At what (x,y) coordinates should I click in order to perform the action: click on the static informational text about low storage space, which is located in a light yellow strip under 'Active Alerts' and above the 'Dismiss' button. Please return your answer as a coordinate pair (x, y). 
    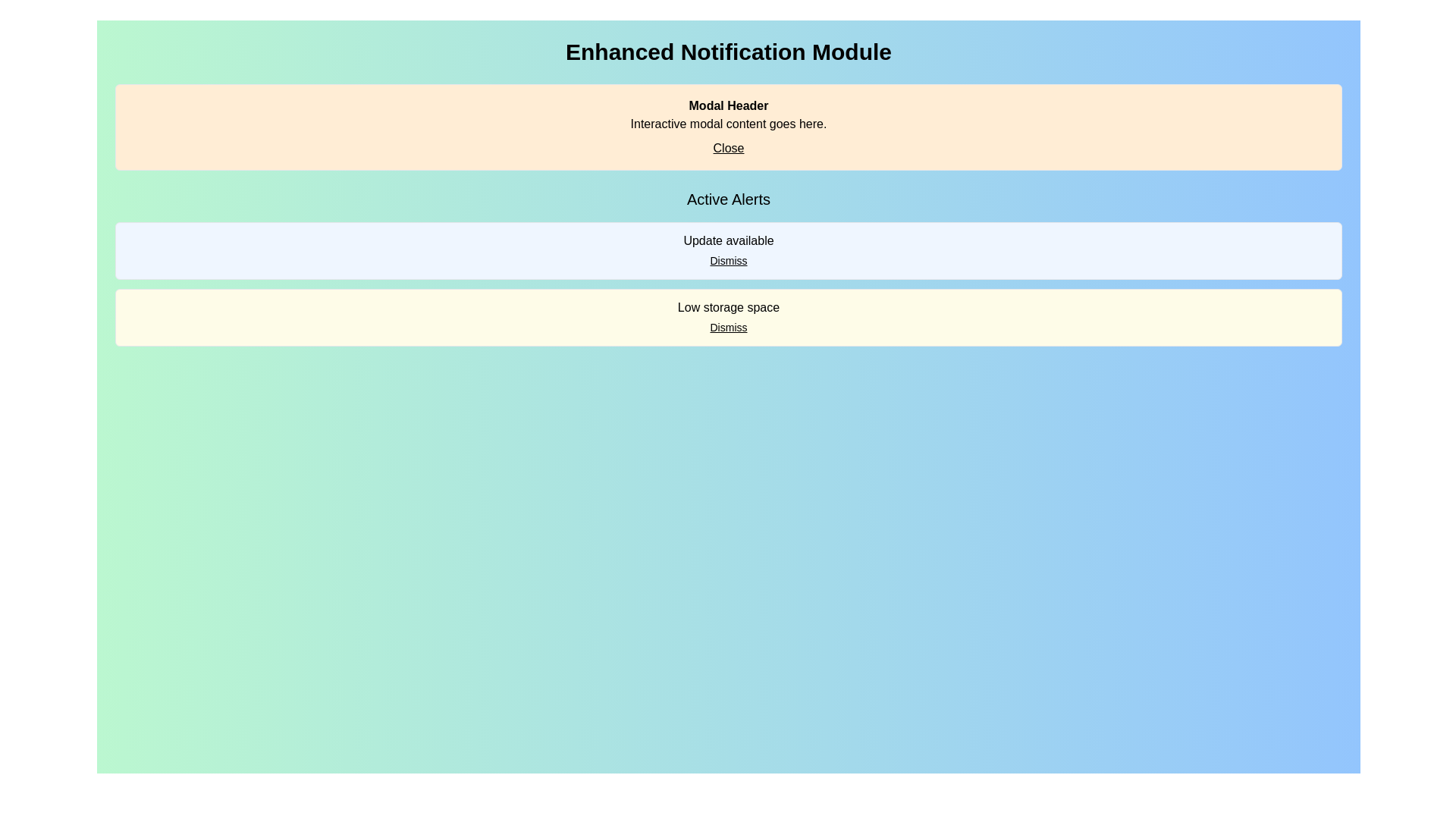
    Looking at the image, I should click on (728, 307).